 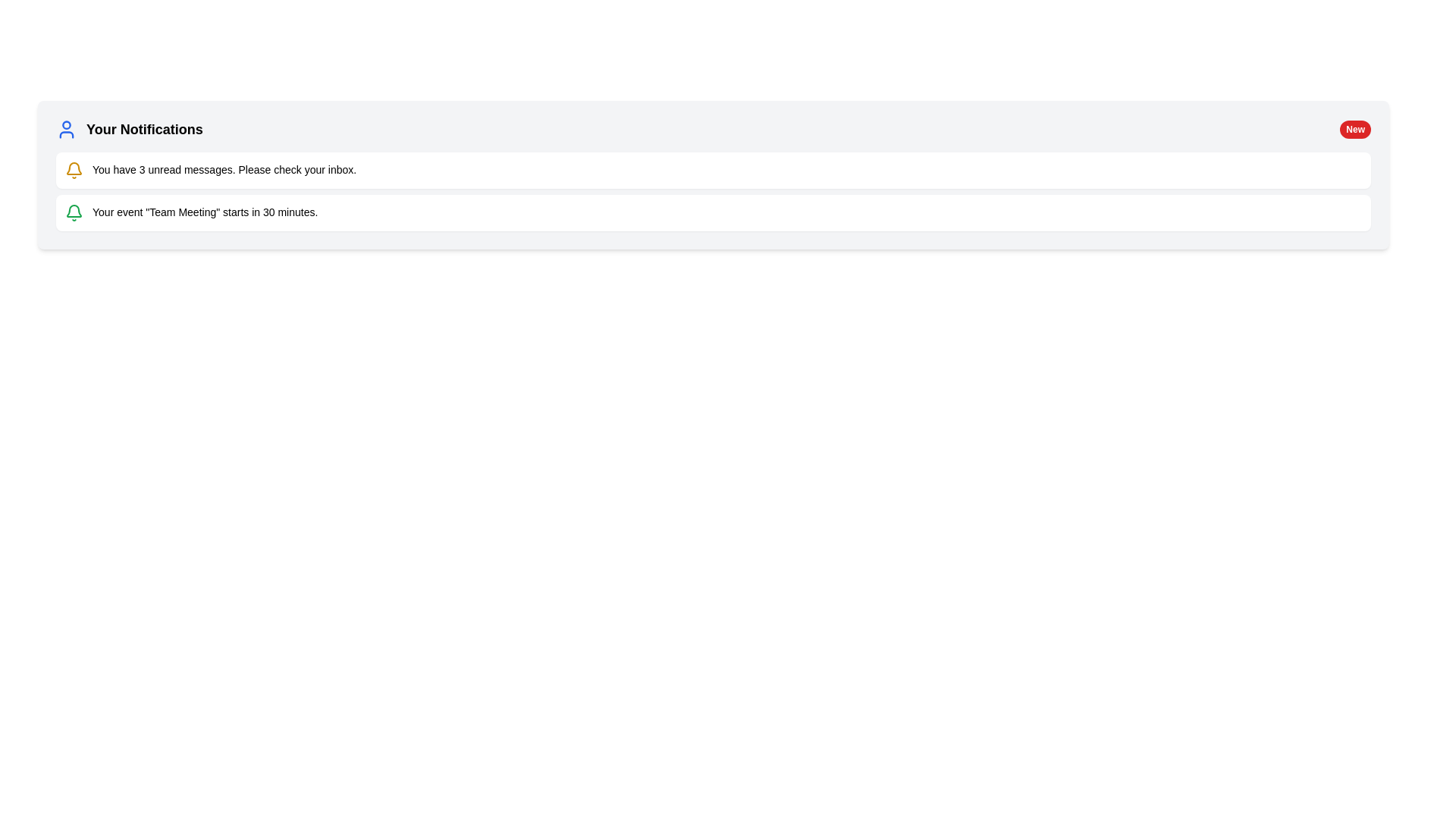 I want to click on the green bell icon that represents event notifications, located at the beginning of the notification row for 'Your event "Team Meeting" starts in 30 minutes.', so click(x=73, y=213).